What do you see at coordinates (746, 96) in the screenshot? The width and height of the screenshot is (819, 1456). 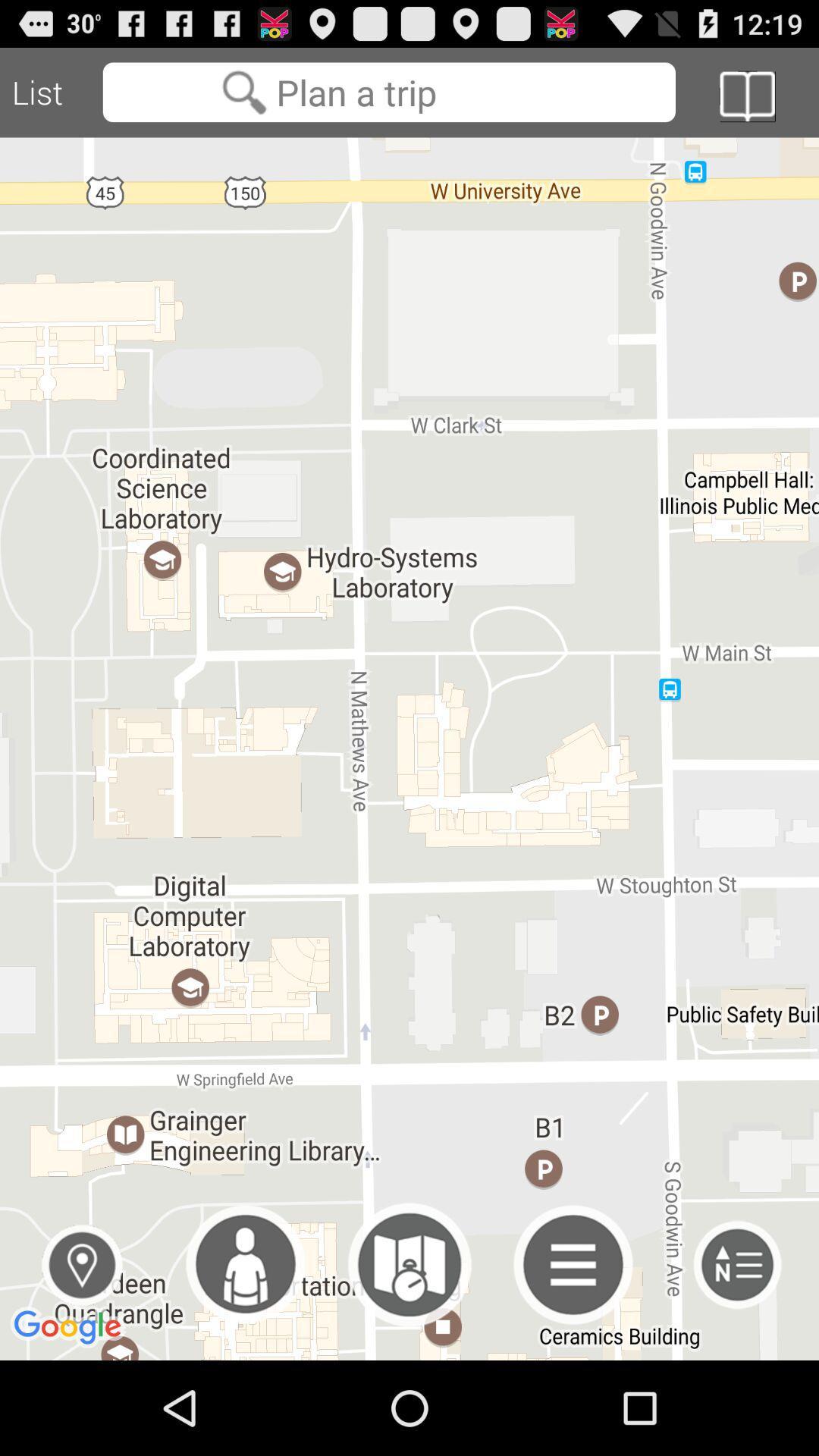 I see `the icon at the top right corner` at bounding box center [746, 96].